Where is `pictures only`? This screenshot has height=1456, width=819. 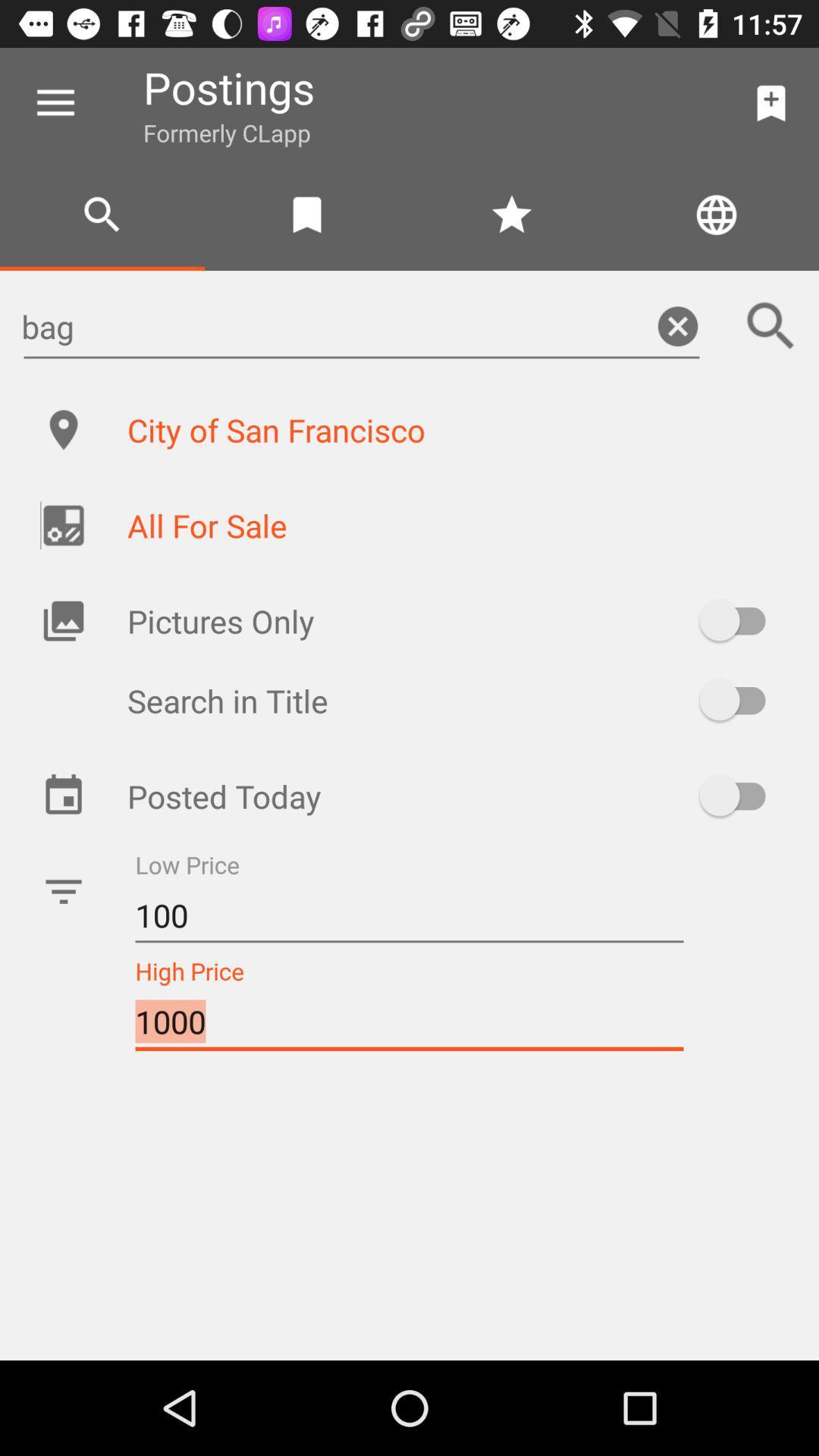
pictures only is located at coordinates (739, 620).